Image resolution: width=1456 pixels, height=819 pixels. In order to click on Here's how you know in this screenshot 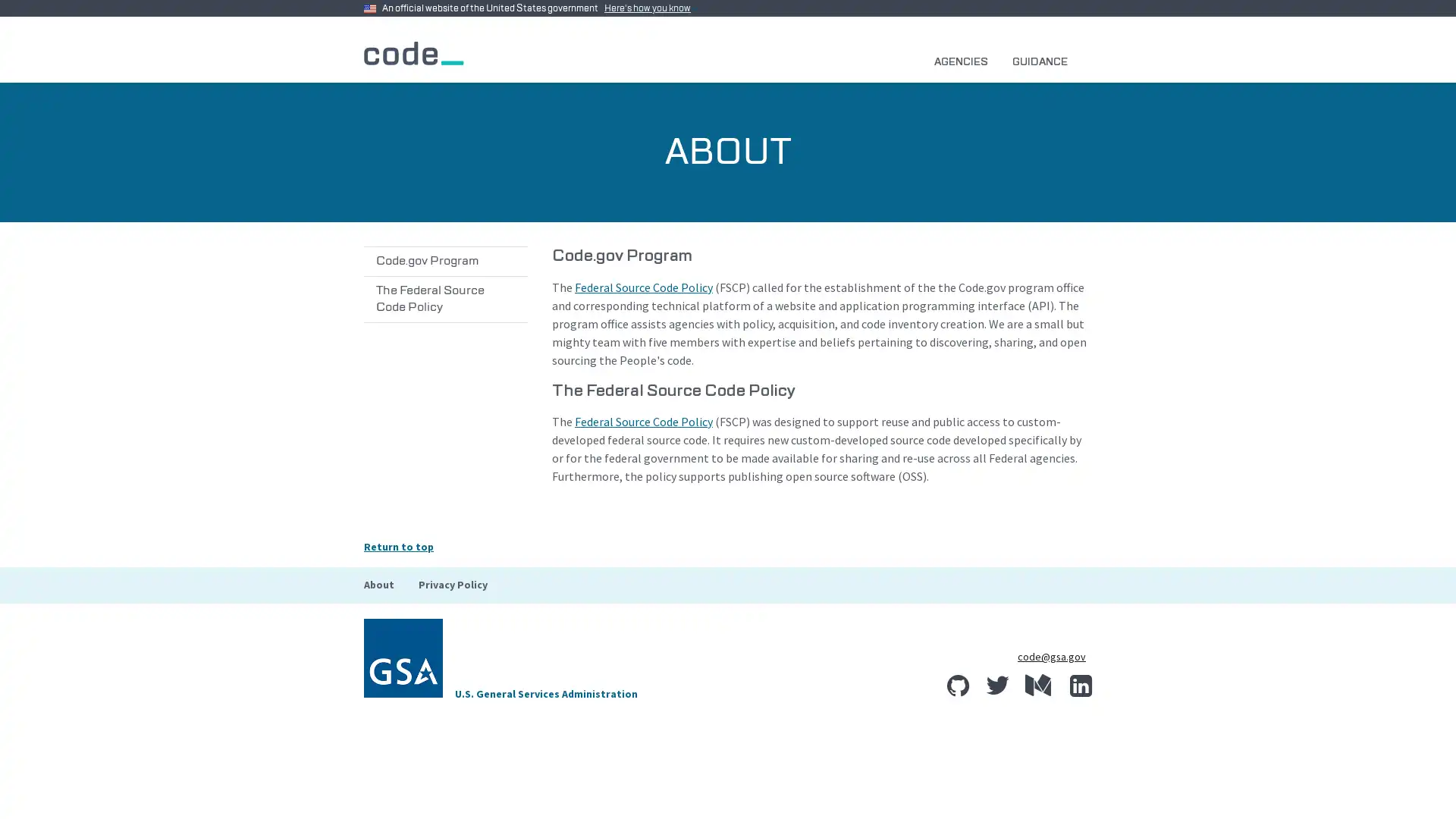, I will do `click(651, 8)`.